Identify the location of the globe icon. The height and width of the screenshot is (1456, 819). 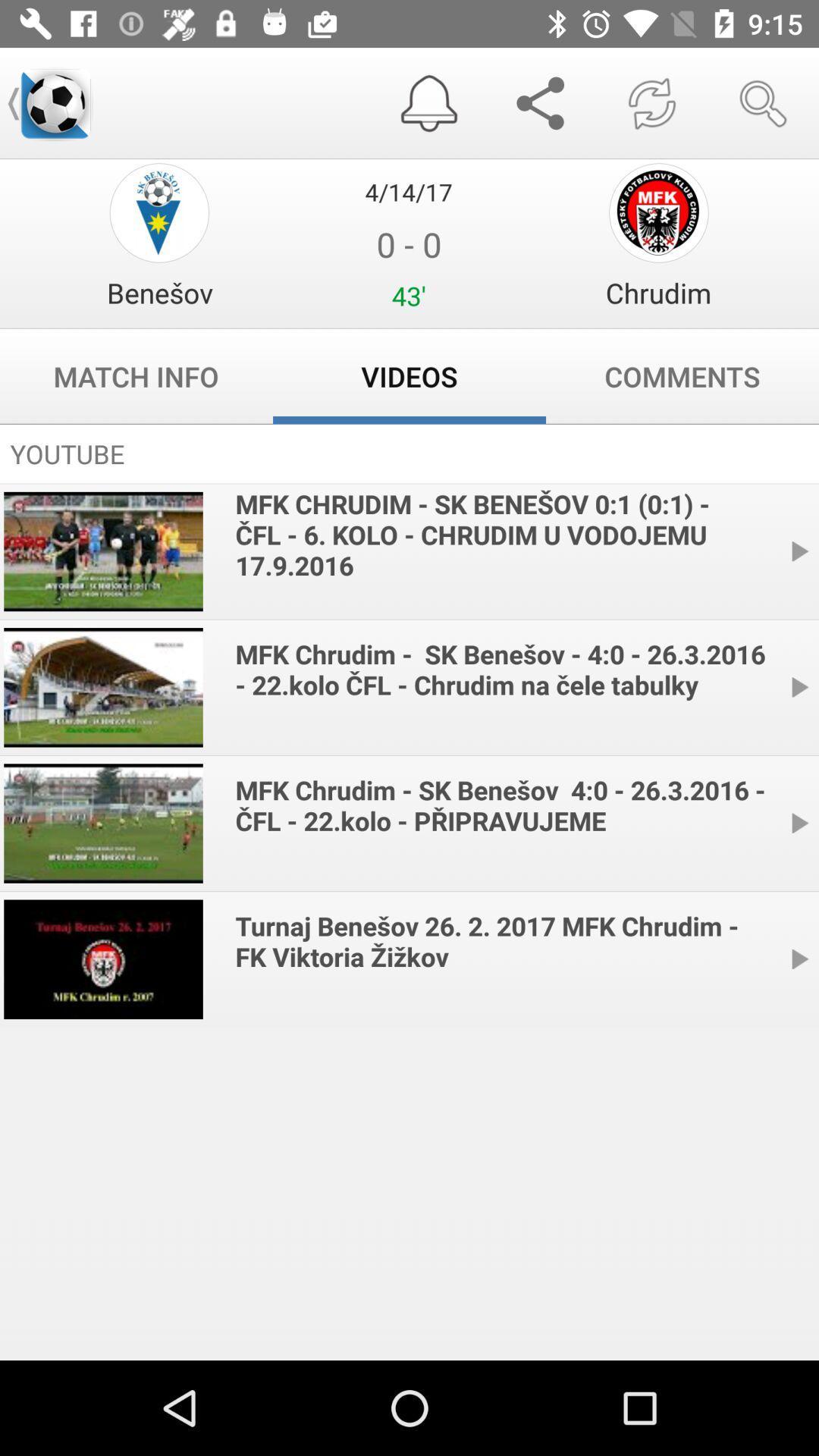
(657, 212).